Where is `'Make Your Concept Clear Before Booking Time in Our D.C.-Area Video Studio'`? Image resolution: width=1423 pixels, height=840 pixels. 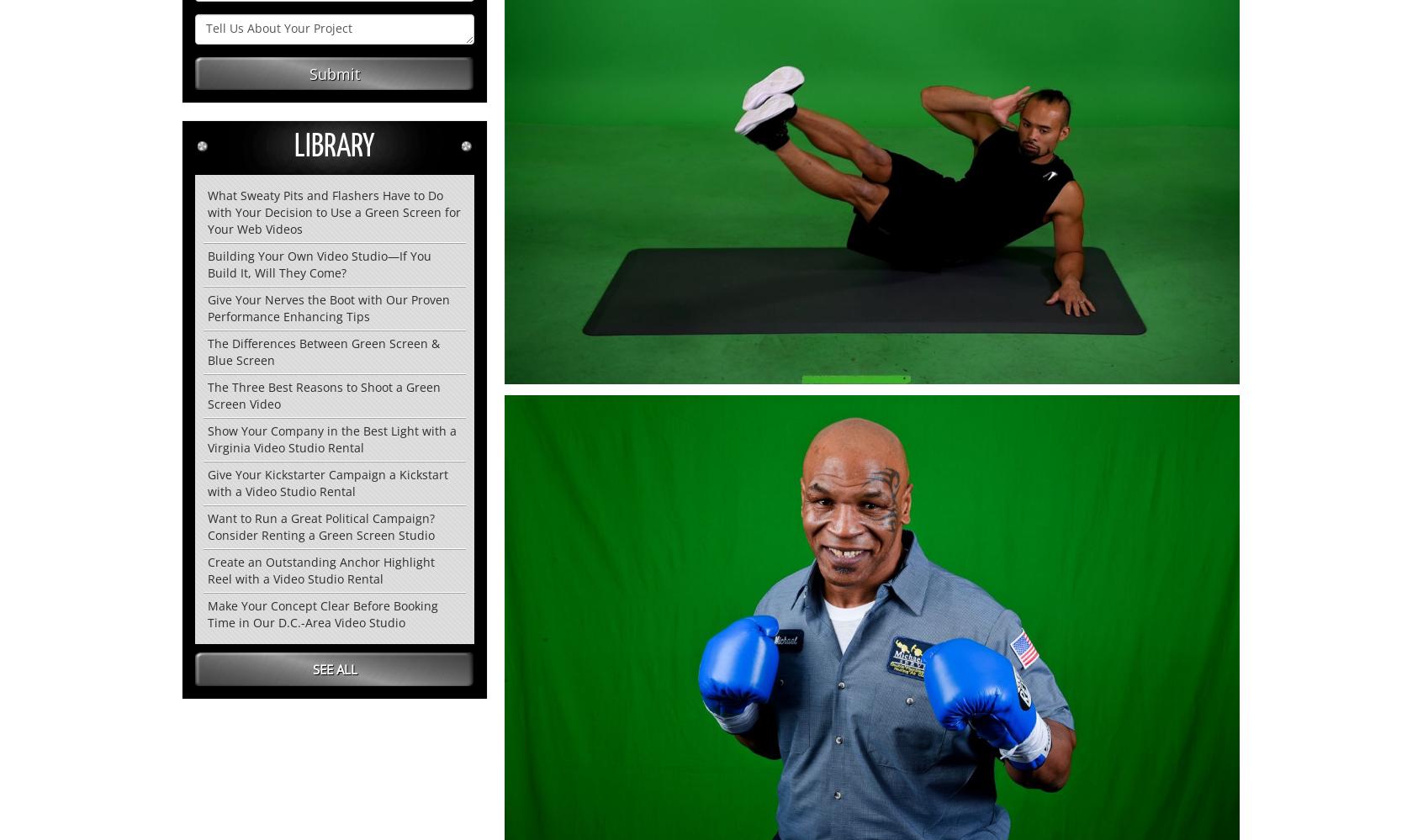 'Make Your Concept Clear Before Booking Time in Our D.C.-Area Video Studio' is located at coordinates (323, 613).